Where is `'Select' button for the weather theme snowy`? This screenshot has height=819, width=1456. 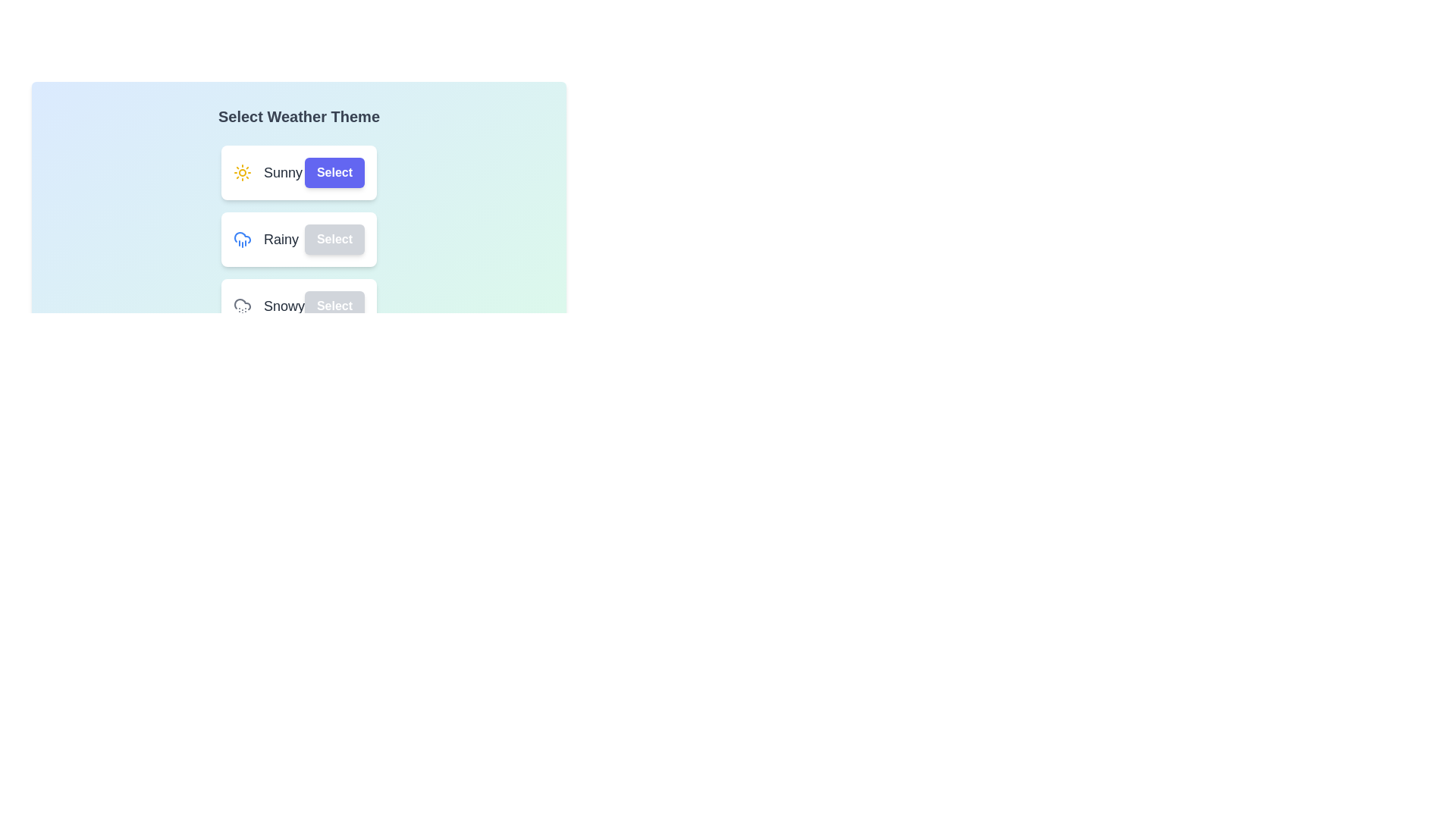
'Select' button for the weather theme snowy is located at coordinates (334, 306).